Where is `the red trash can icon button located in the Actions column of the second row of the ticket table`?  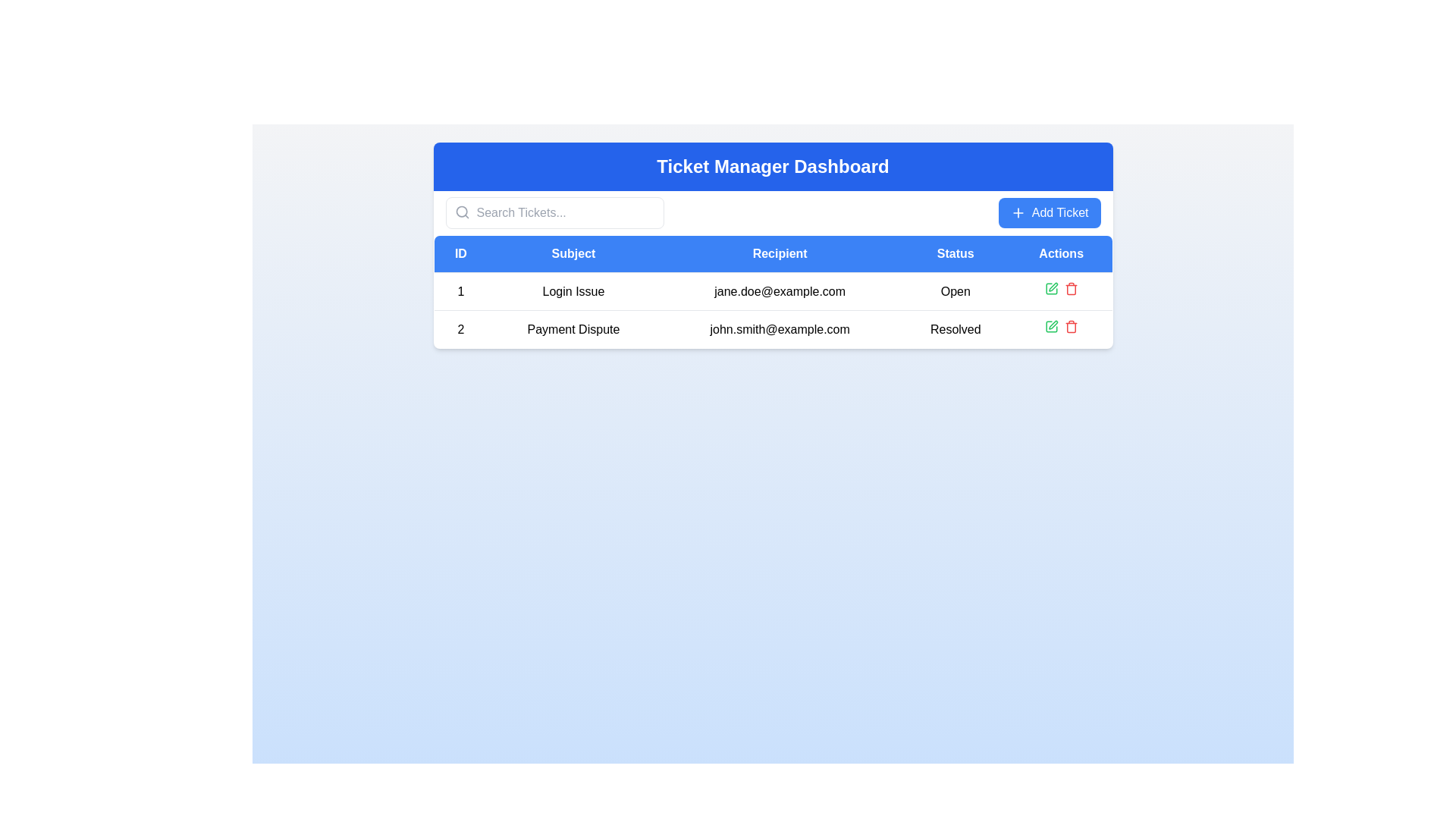
the red trash can icon button located in the Actions column of the second row of the ticket table is located at coordinates (1070, 326).